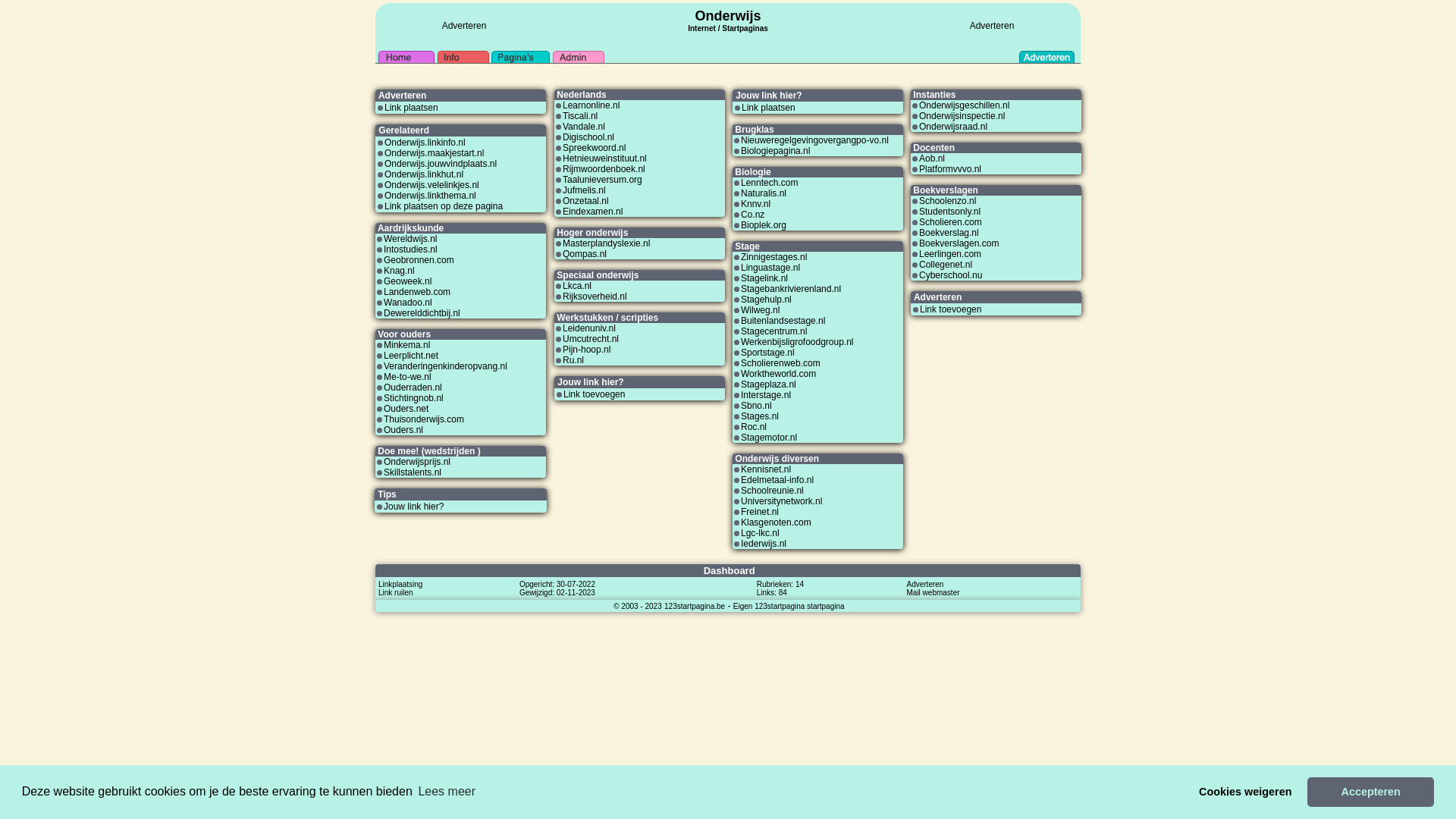 The height and width of the screenshot is (819, 1456). What do you see at coordinates (753, 427) in the screenshot?
I see `'Roc.nl'` at bounding box center [753, 427].